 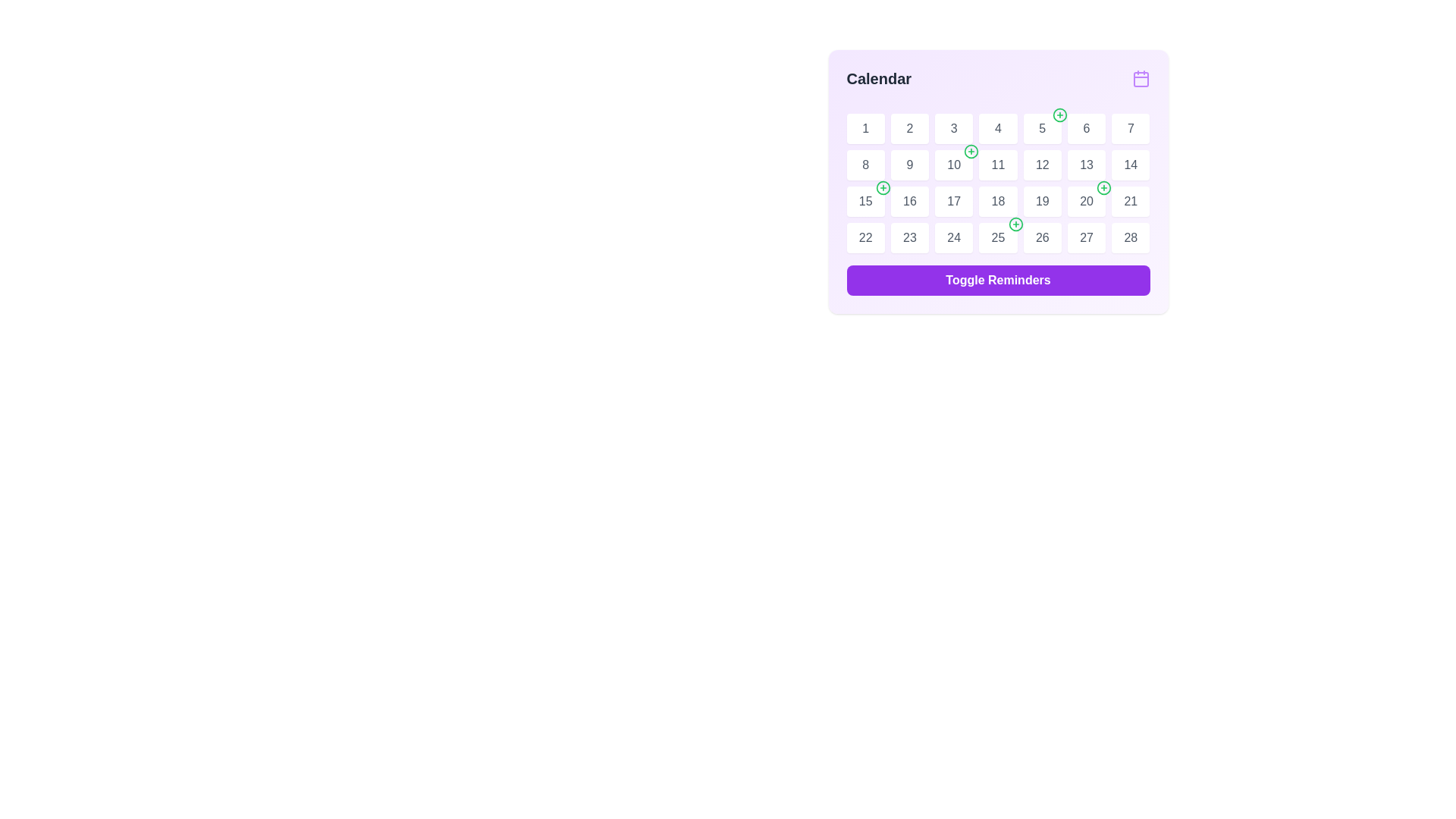 What do you see at coordinates (1086, 127) in the screenshot?
I see `the text label displaying the number '6' in gray font color, located in the second row and sixth column of the calendar grid` at bounding box center [1086, 127].